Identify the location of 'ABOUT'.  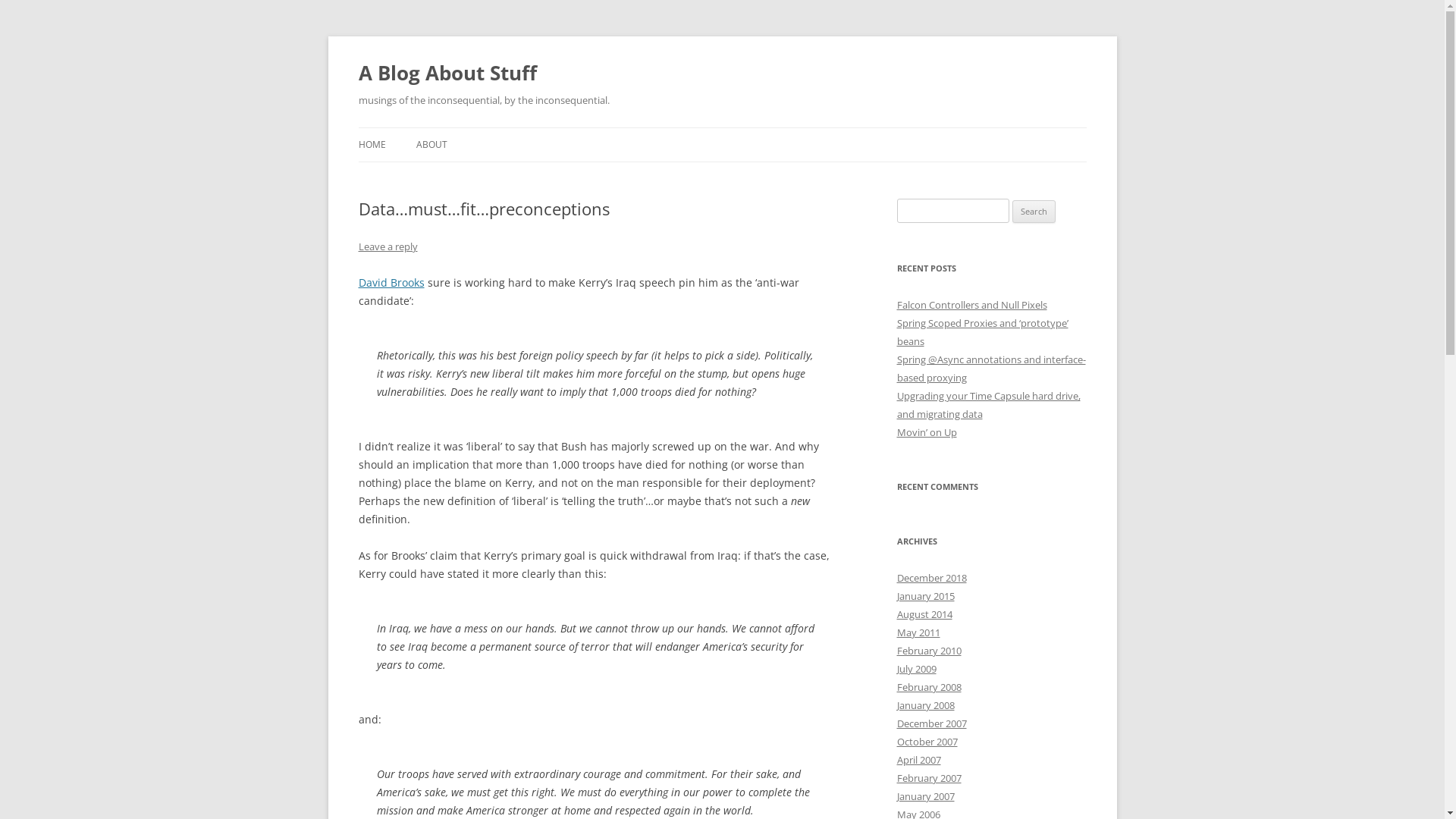
(430, 145).